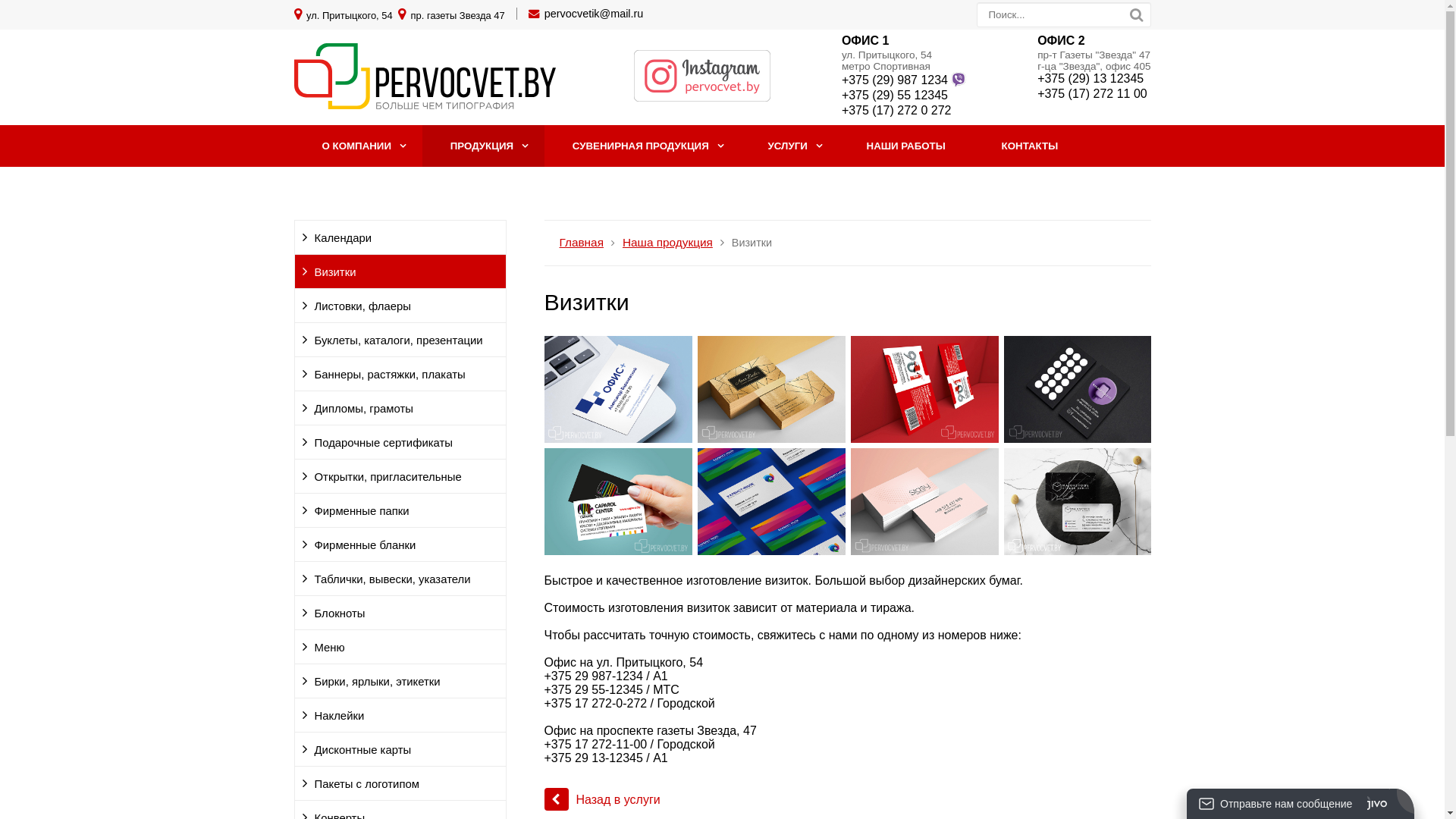 The width and height of the screenshot is (1456, 819). I want to click on '+375 (17) 272 0 272', so click(896, 109).